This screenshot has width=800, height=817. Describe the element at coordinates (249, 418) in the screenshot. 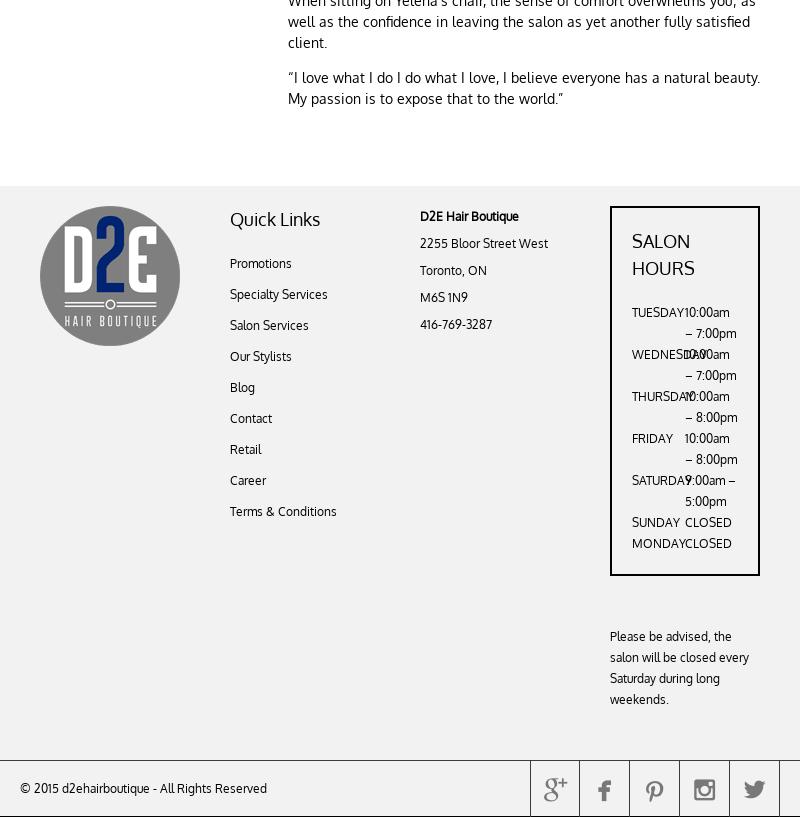

I see `'Contact'` at that location.